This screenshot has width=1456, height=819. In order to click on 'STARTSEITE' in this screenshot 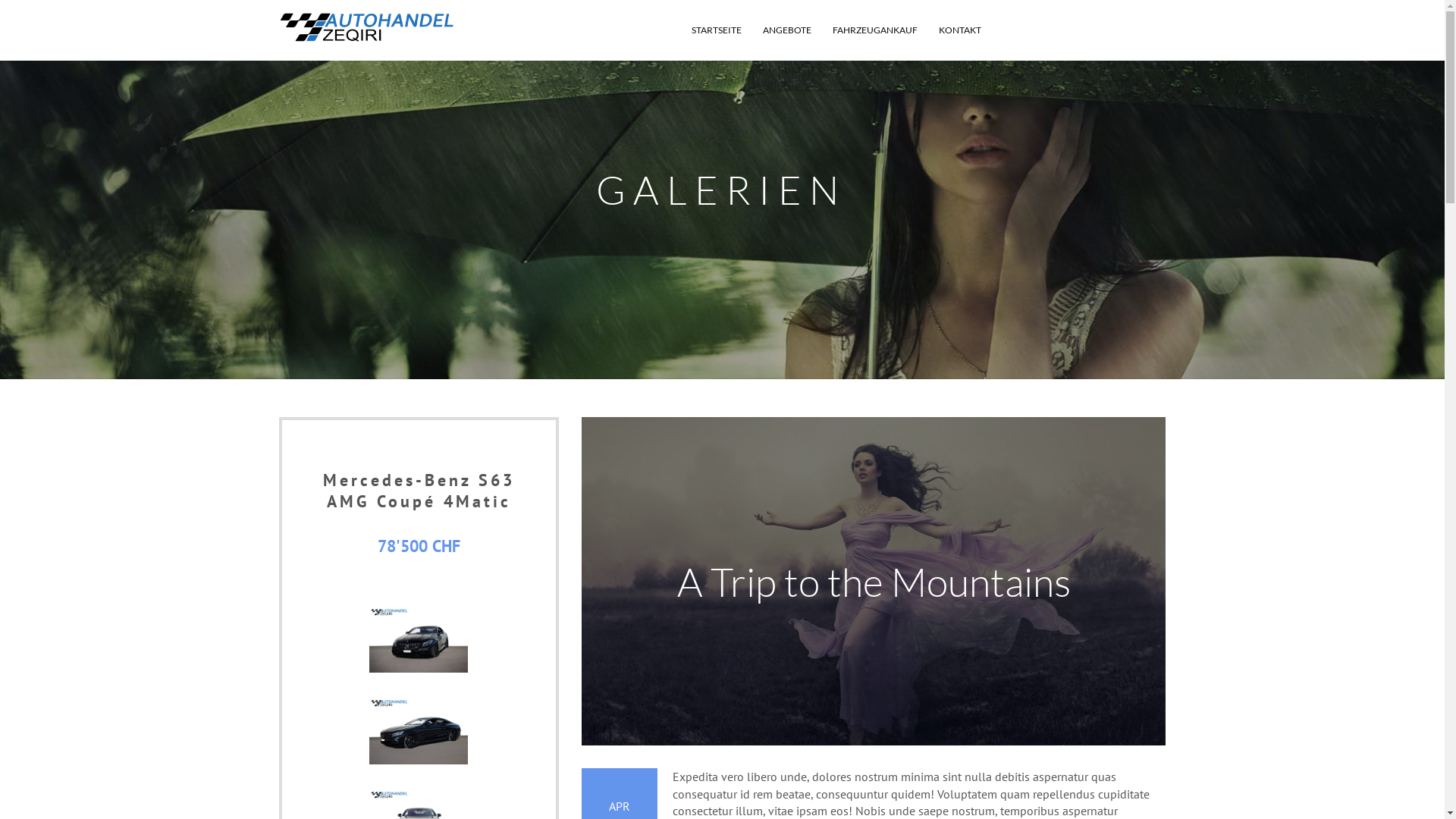, I will do `click(716, 30)`.